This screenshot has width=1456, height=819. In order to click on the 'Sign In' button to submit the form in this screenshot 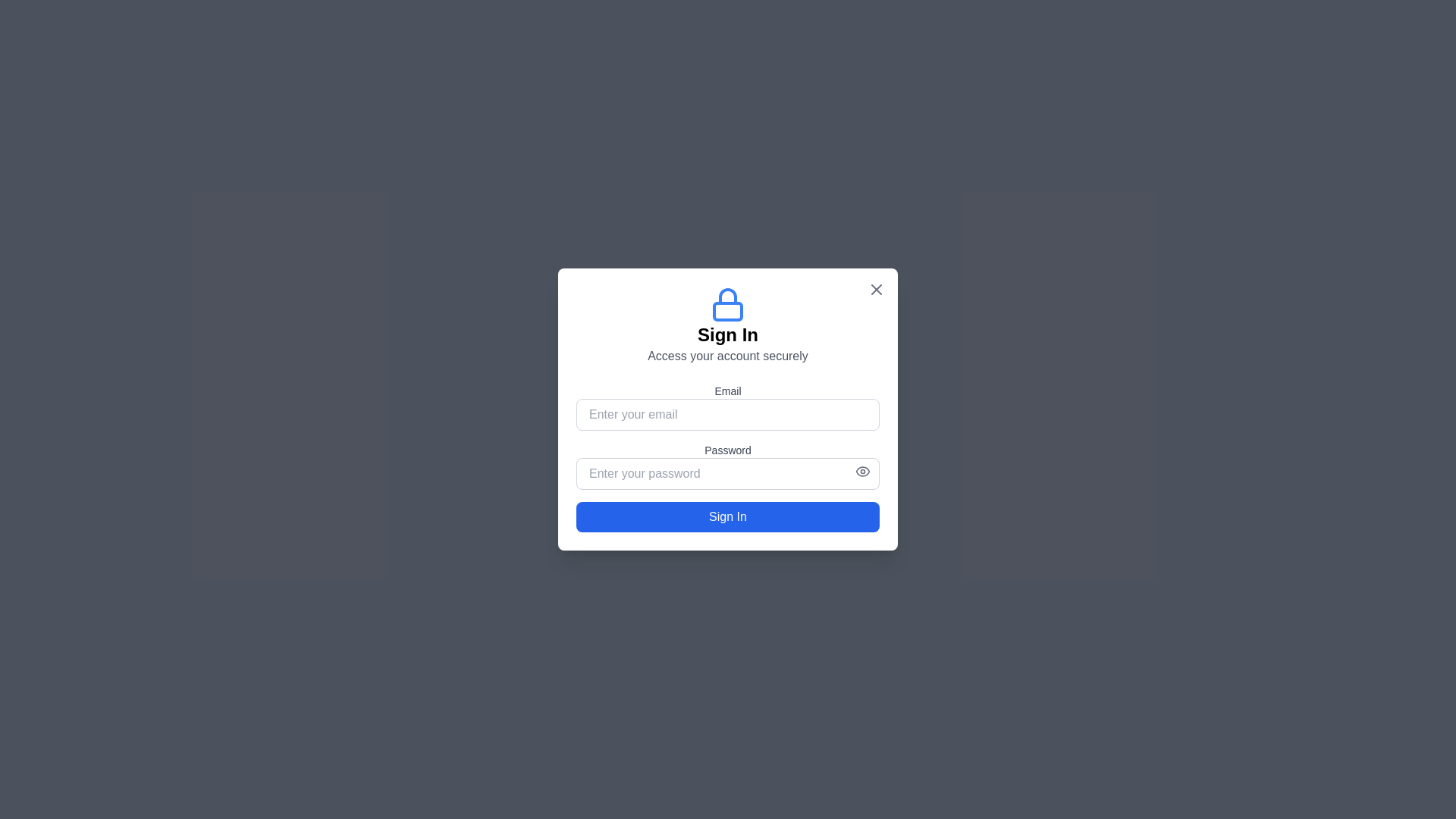, I will do `click(728, 516)`.